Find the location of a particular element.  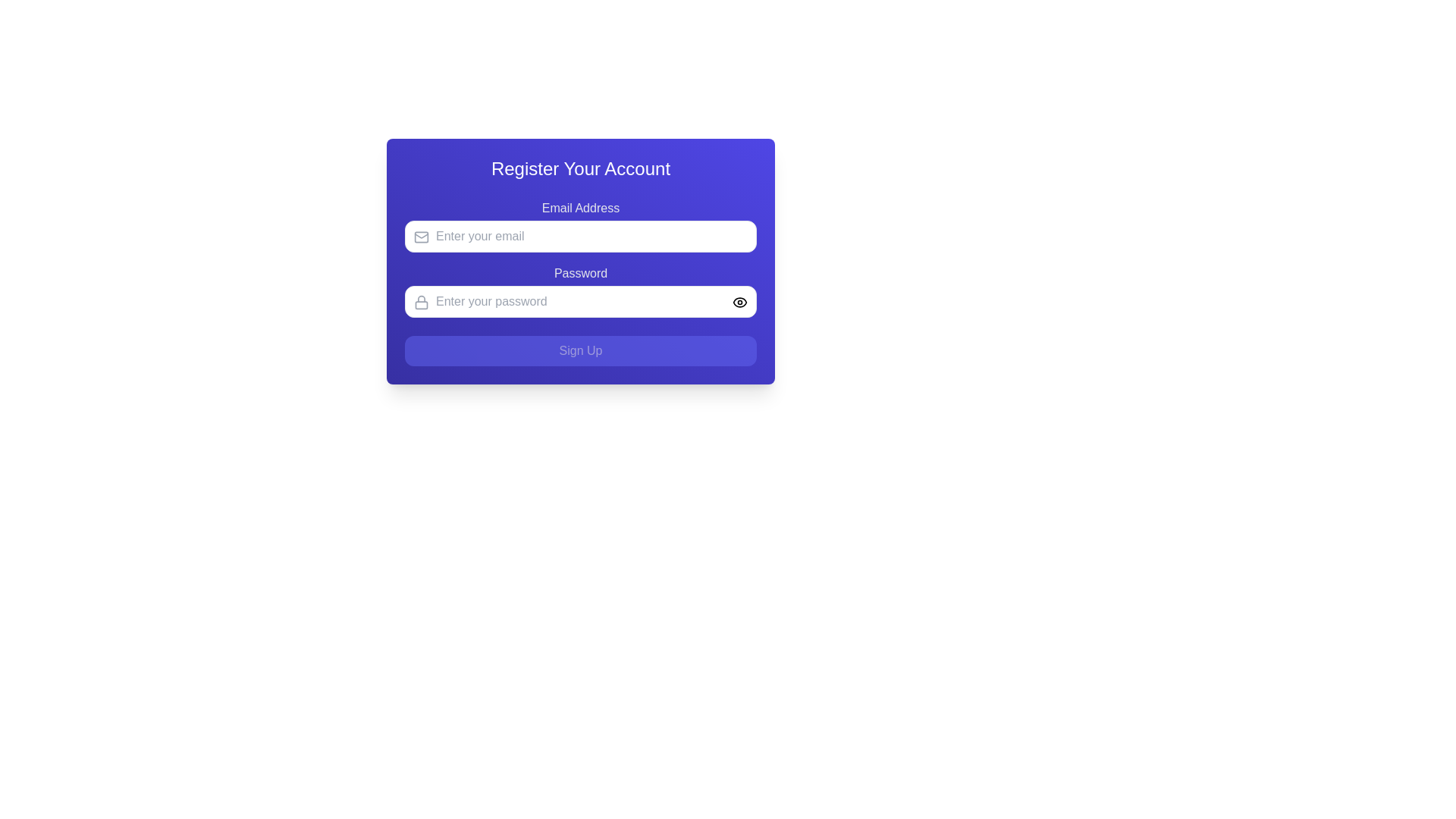

the 'Email Address' label or input field to interact with it is located at coordinates (580, 225).